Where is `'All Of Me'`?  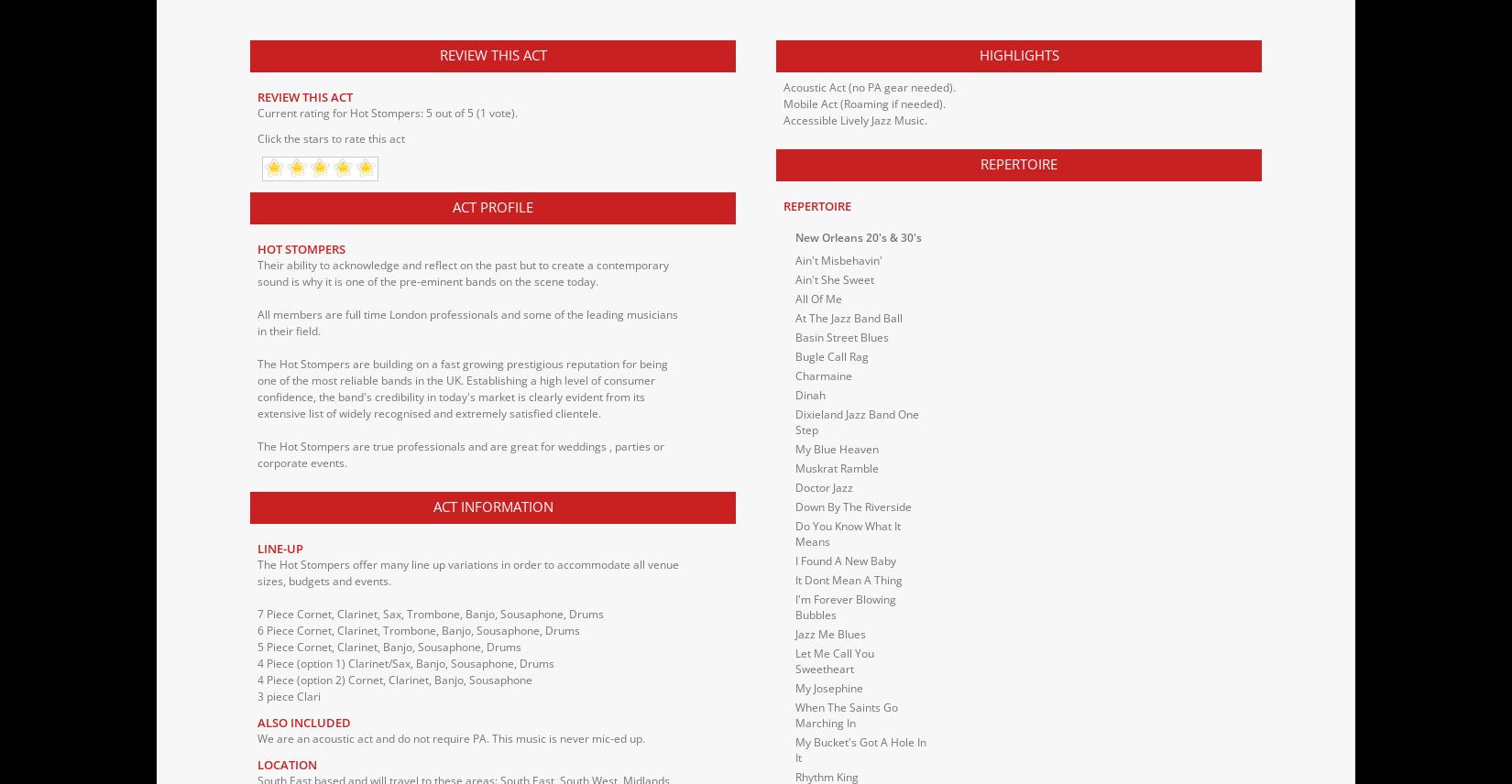
'All Of Me' is located at coordinates (818, 297).